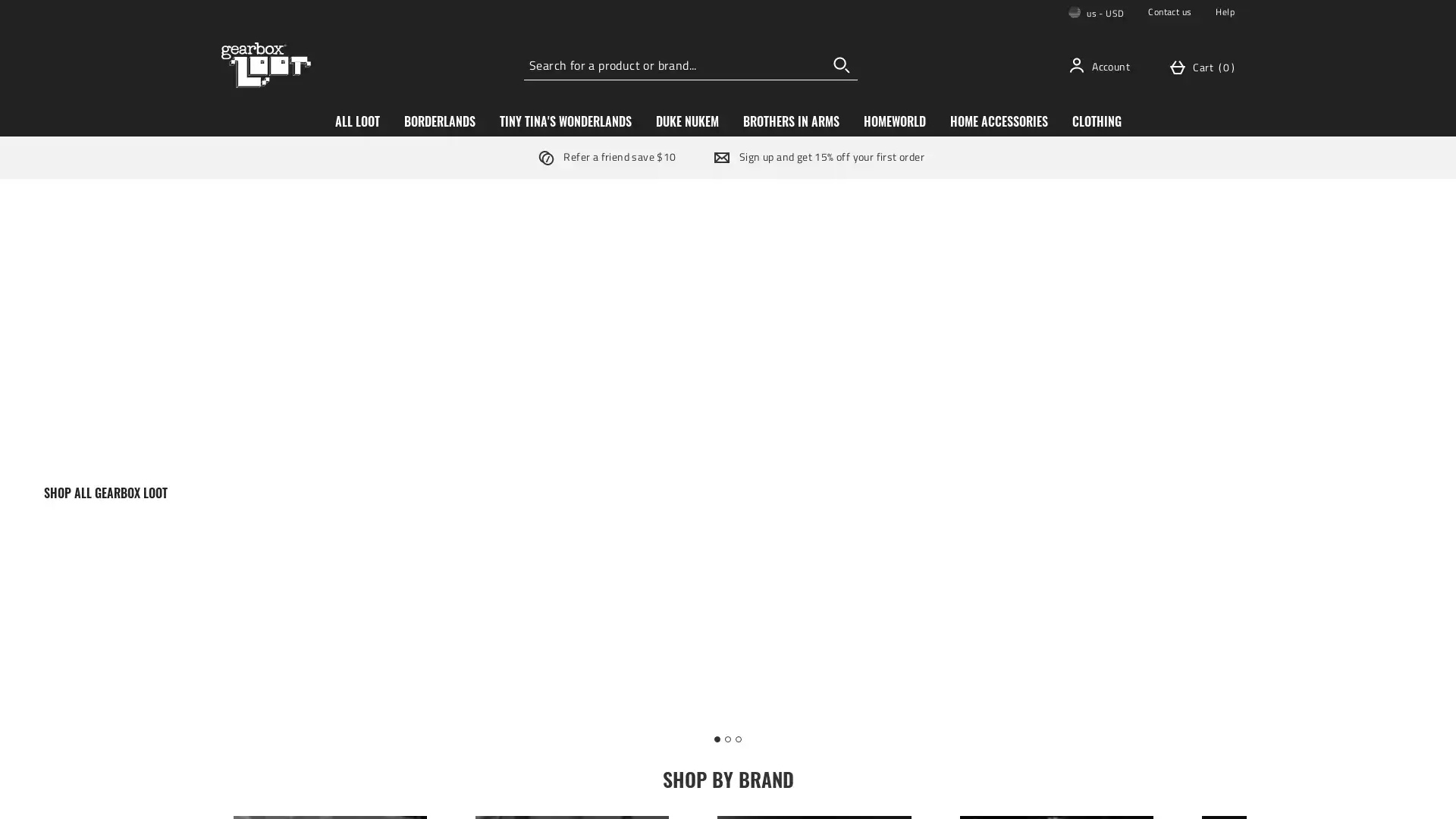  What do you see at coordinates (841, 64) in the screenshot?
I see `Start search` at bounding box center [841, 64].